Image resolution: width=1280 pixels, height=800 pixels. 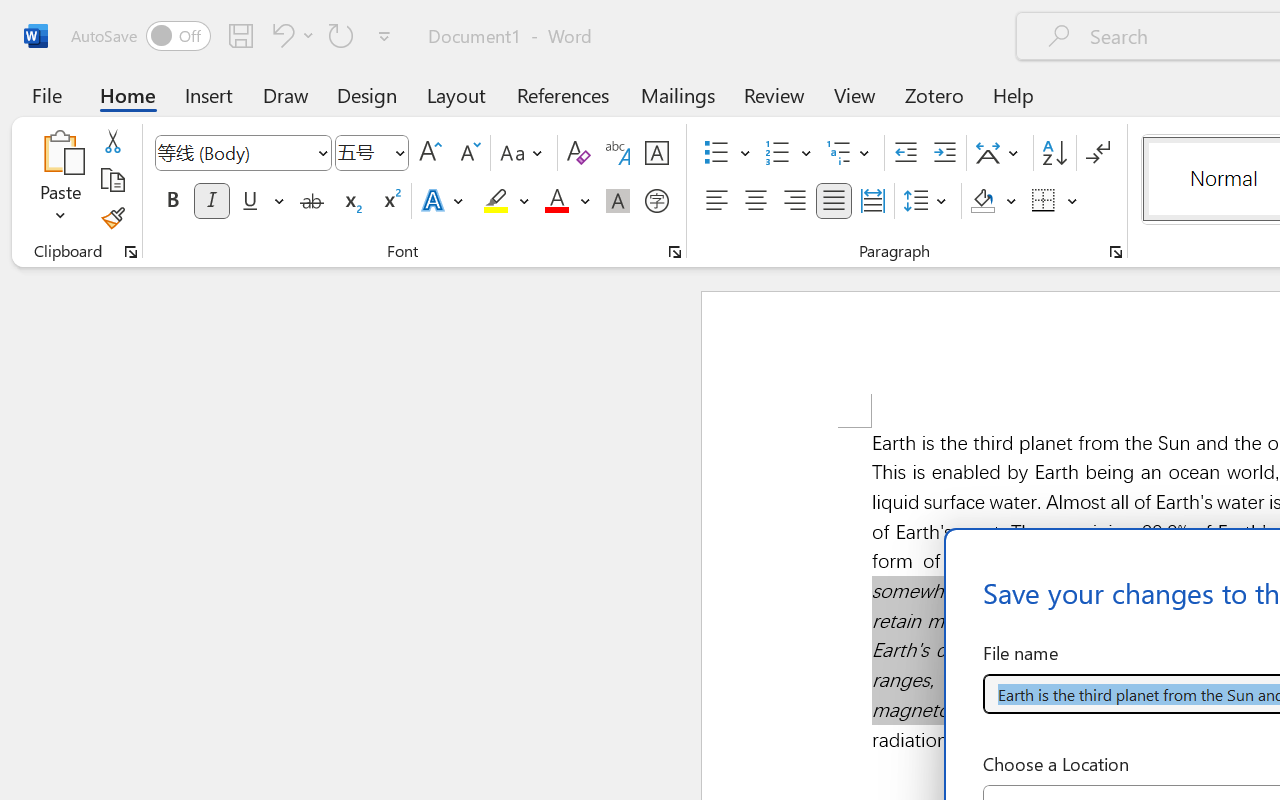 What do you see at coordinates (506, 201) in the screenshot?
I see `'Text Highlight Color'` at bounding box center [506, 201].